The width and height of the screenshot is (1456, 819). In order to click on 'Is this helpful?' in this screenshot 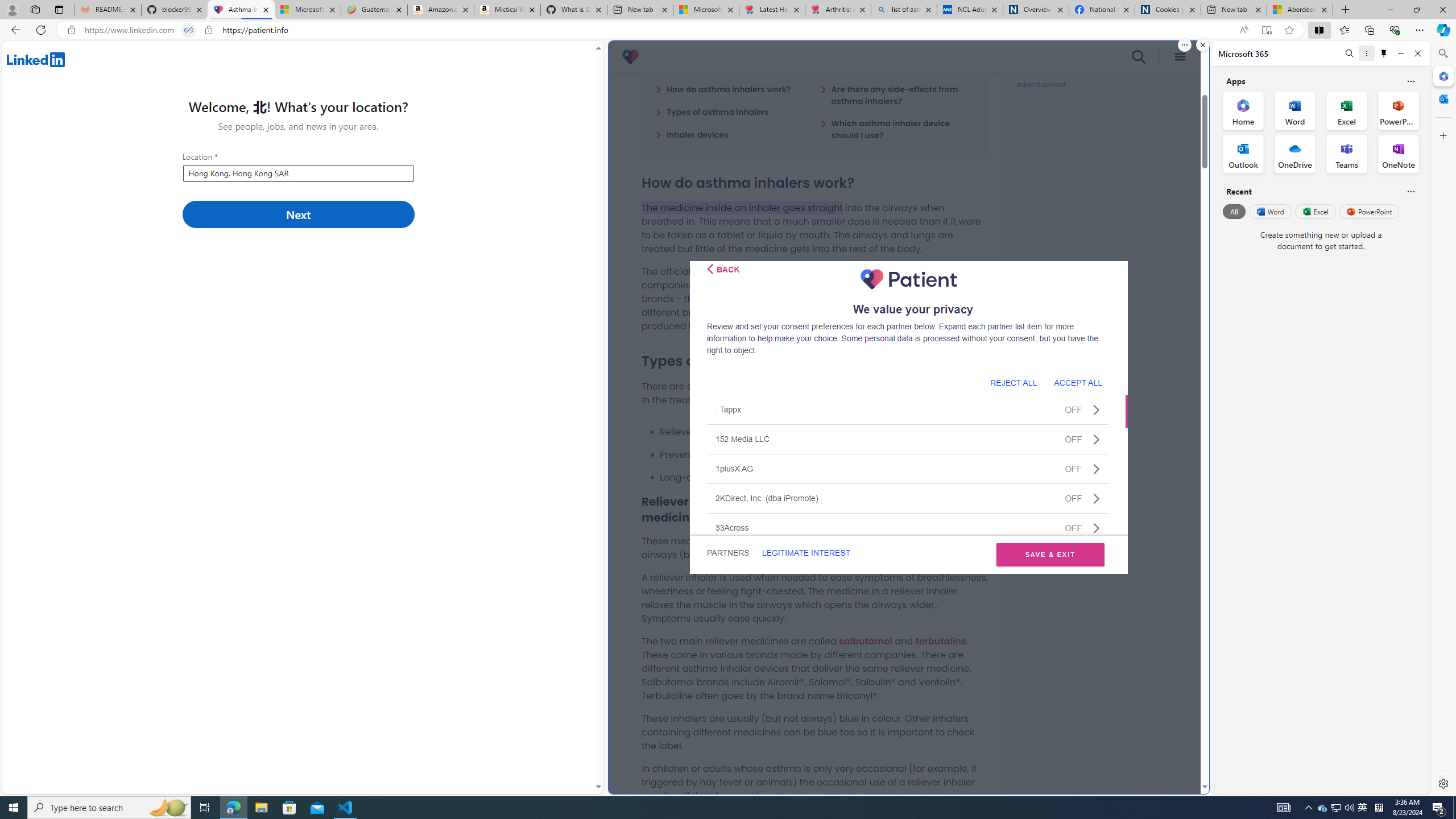, I will do `click(1410, 191)`.